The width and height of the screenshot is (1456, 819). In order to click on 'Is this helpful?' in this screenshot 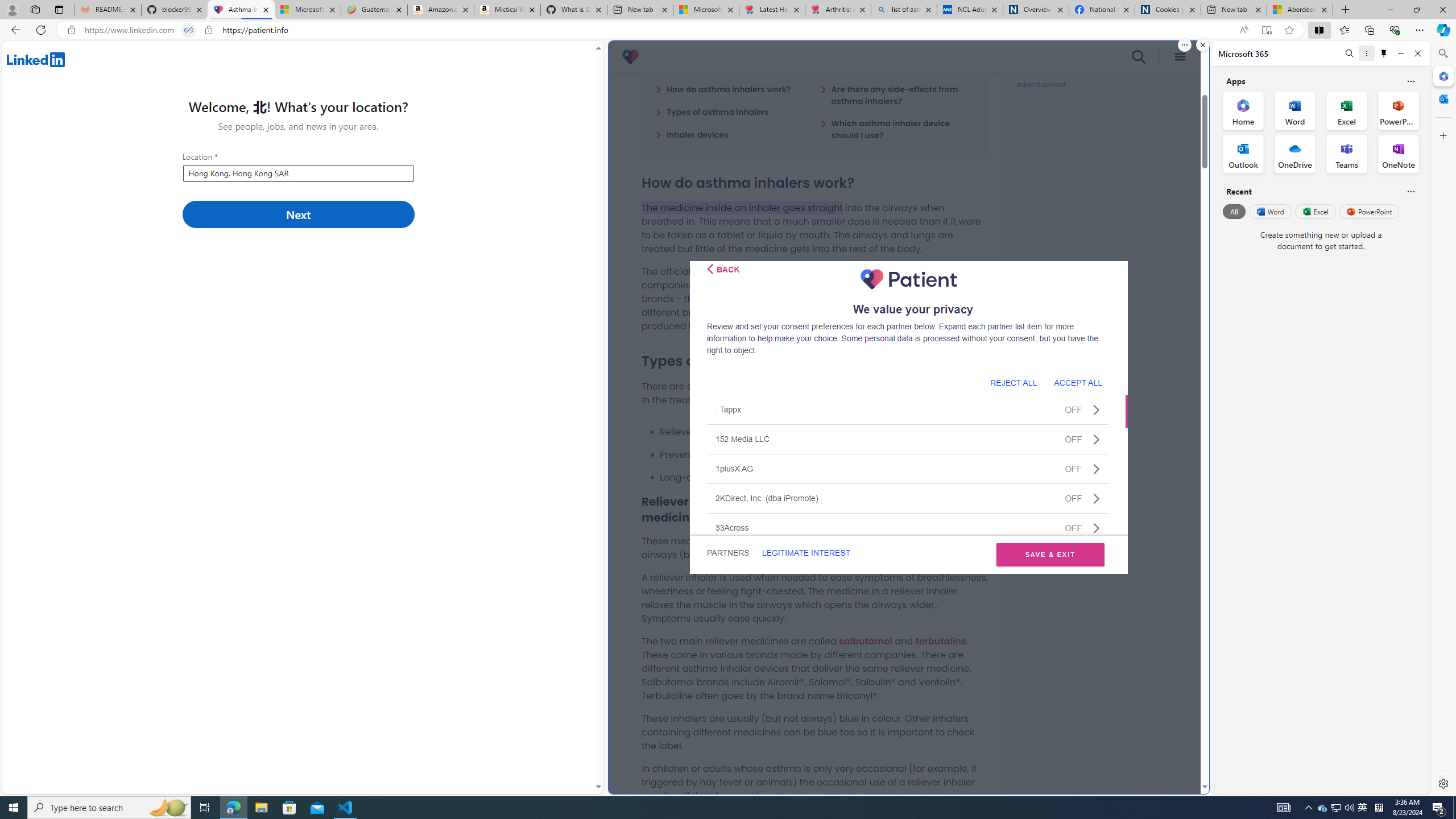, I will do `click(1410, 191)`.